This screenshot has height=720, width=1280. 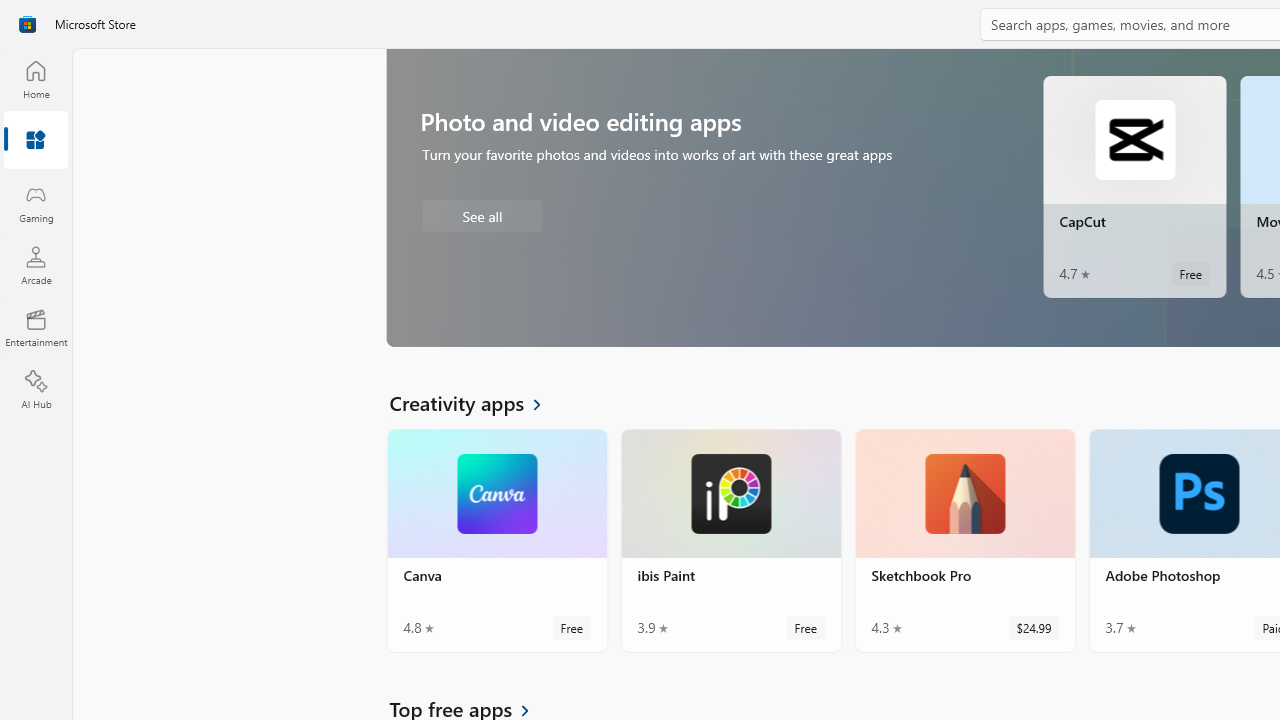 What do you see at coordinates (729, 549) in the screenshot?
I see `'ibis Paint. Average rating of 3.9 out of five stars. Free  '` at bounding box center [729, 549].